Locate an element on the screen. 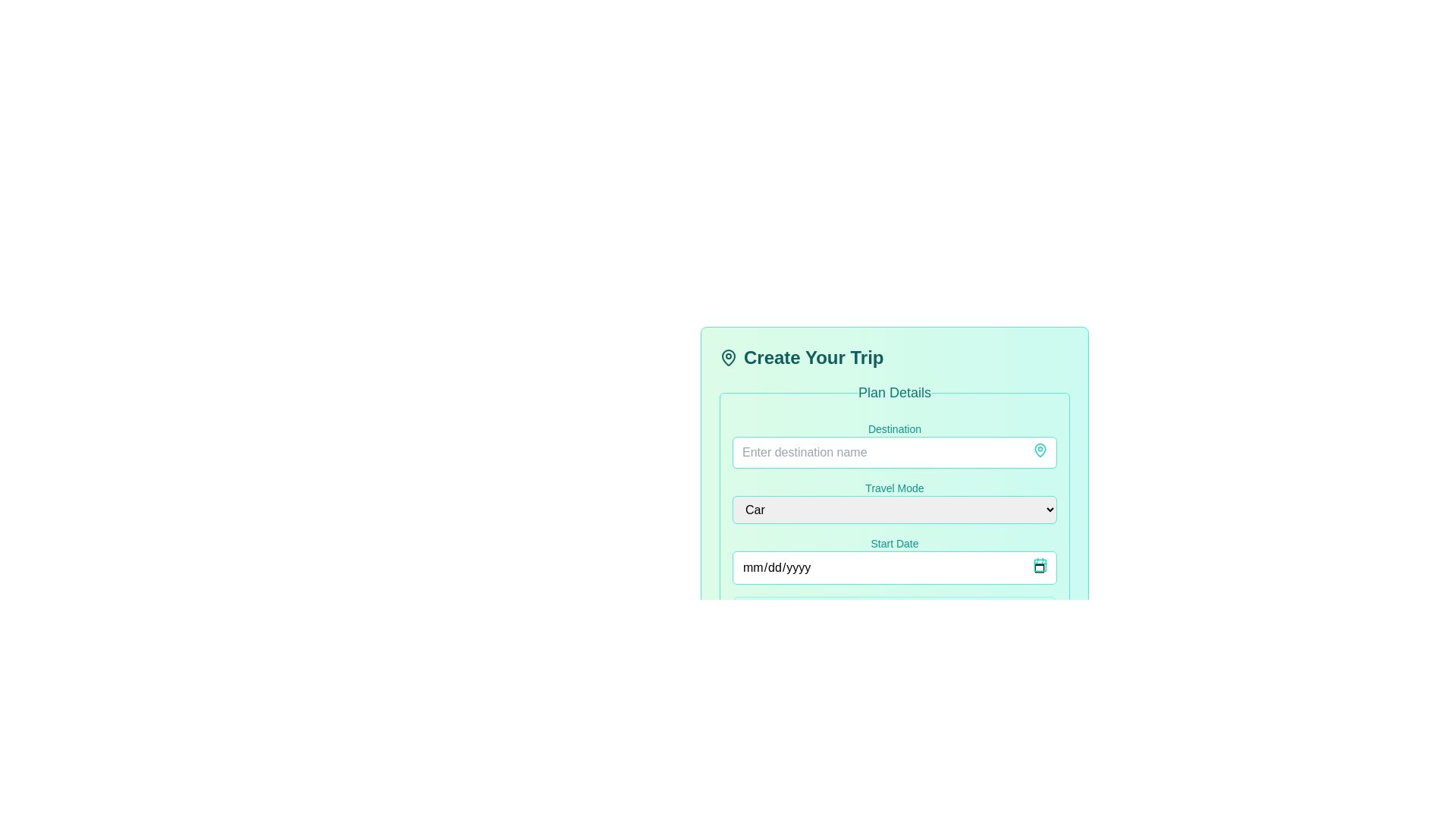  the teal map pin icon located in the header section to the left of 'Create Your Trip' is located at coordinates (728, 357).